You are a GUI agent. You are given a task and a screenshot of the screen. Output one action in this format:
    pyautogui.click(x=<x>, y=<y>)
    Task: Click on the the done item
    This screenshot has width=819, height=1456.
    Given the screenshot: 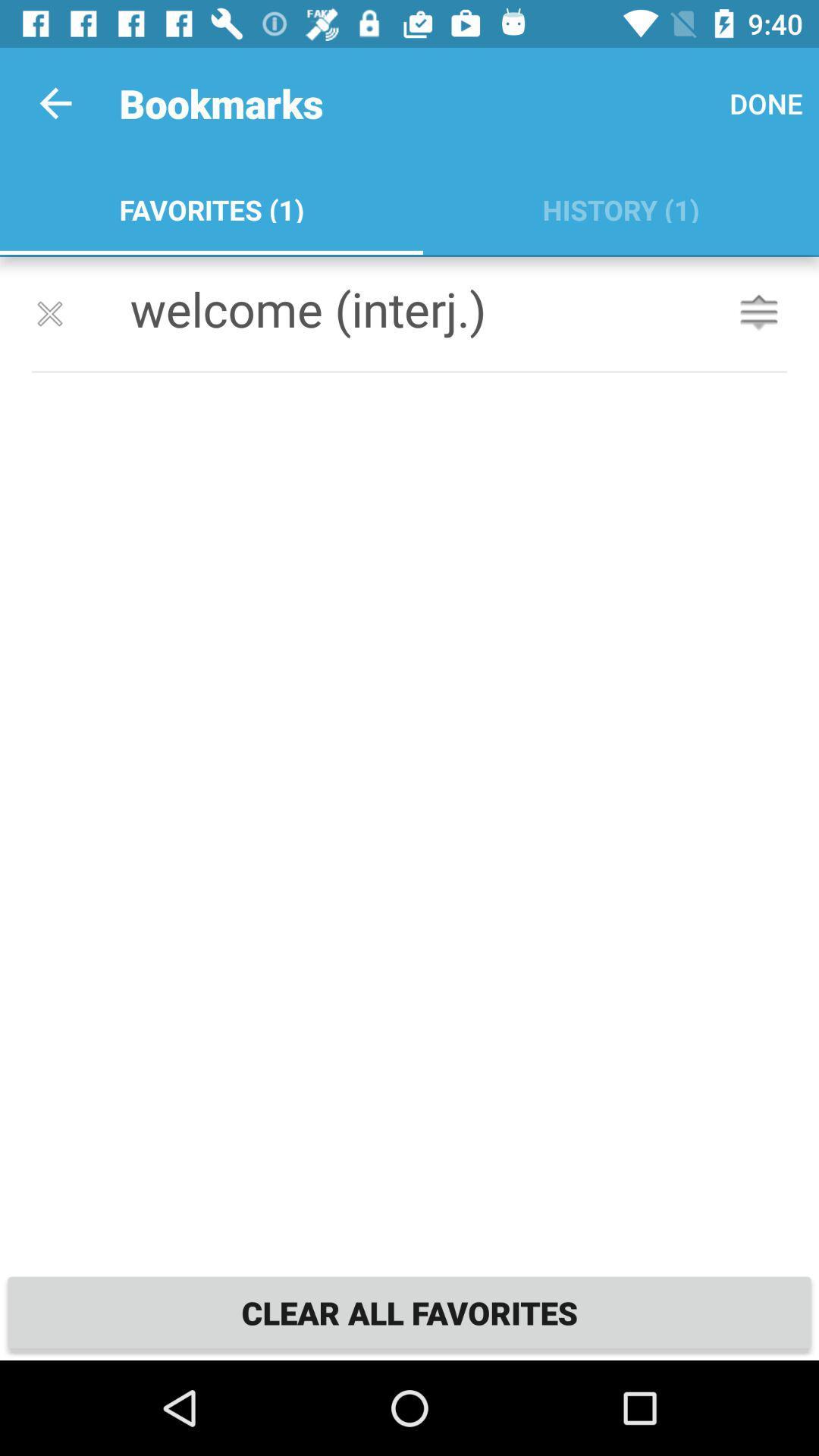 What is the action you would take?
    pyautogui.click(x=766, y=102)
    